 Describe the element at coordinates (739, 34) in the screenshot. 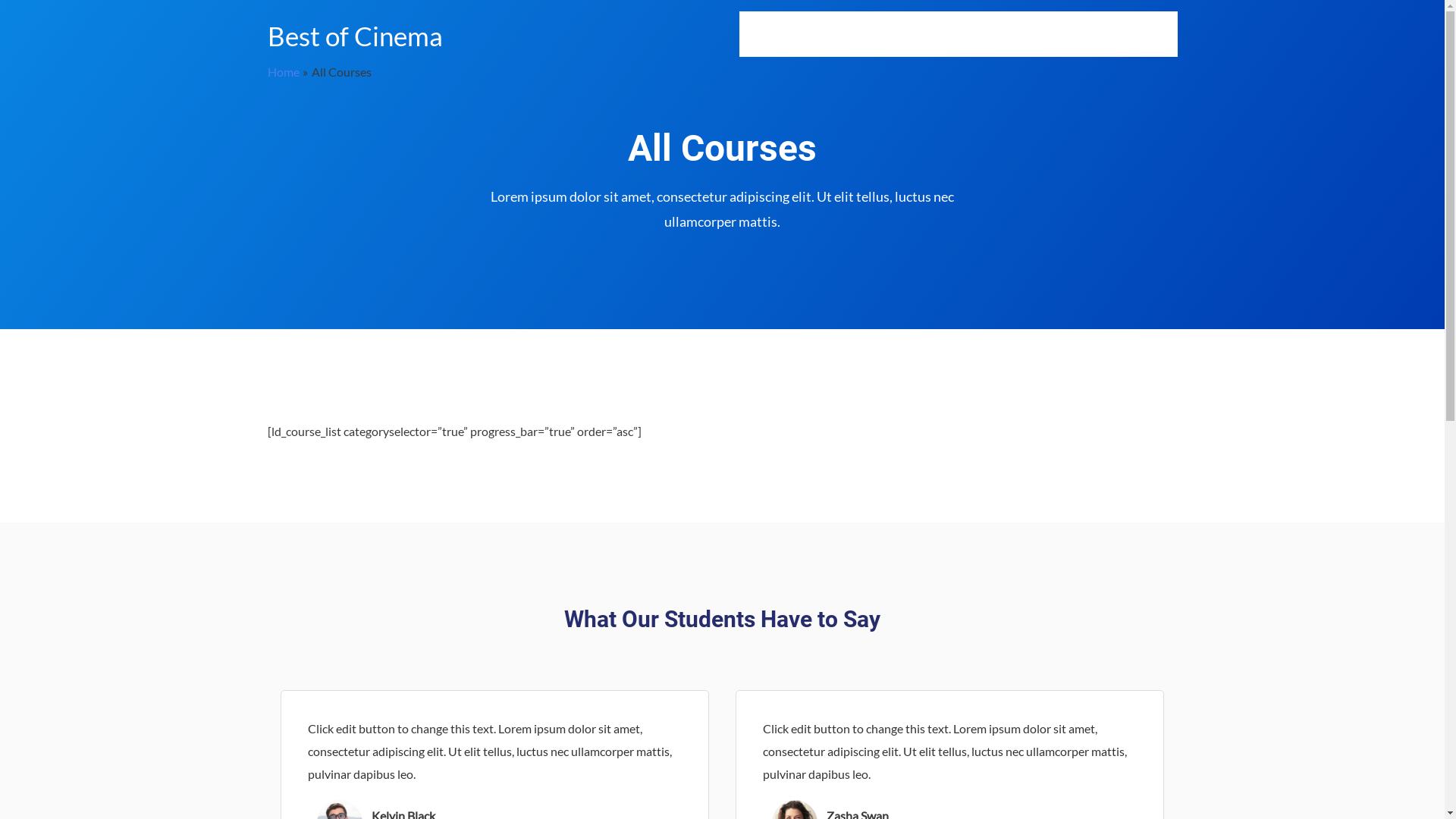

I see `'Home'` at that location.